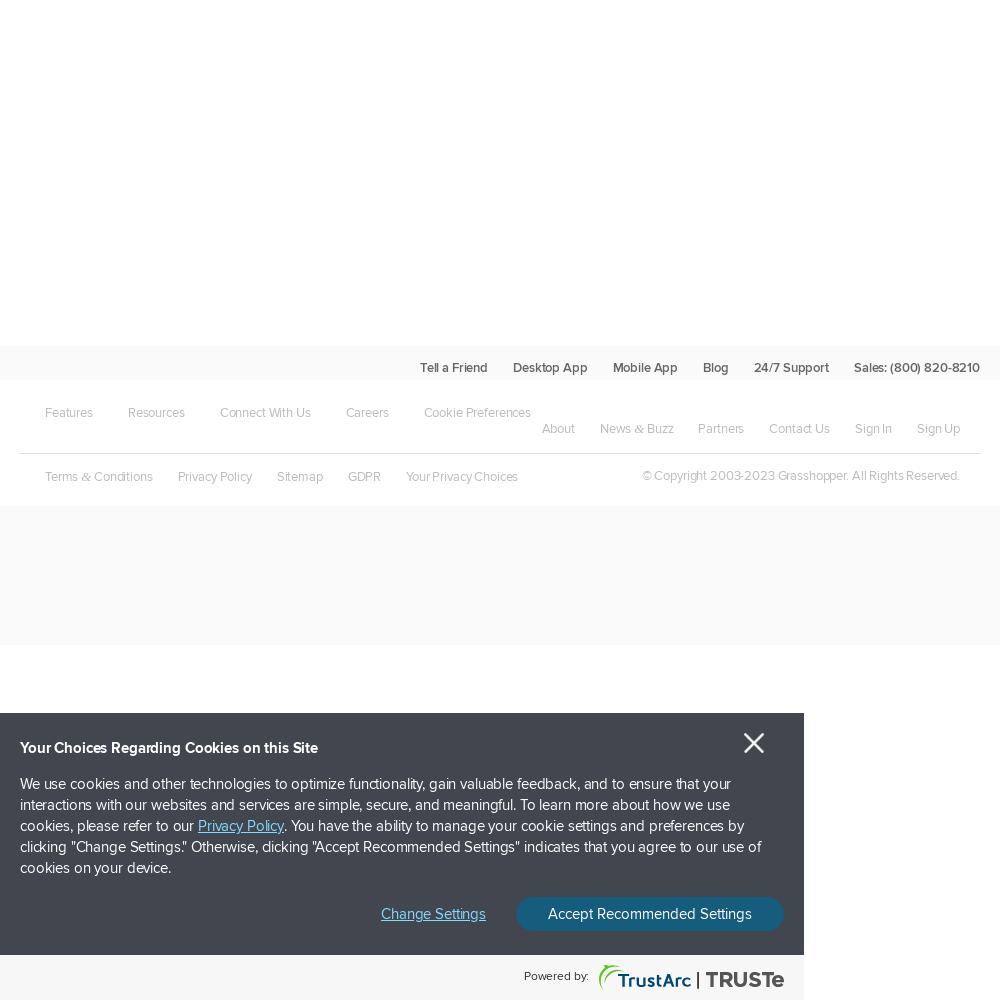  I want to click on 'Change Settings', so click(433, 914).